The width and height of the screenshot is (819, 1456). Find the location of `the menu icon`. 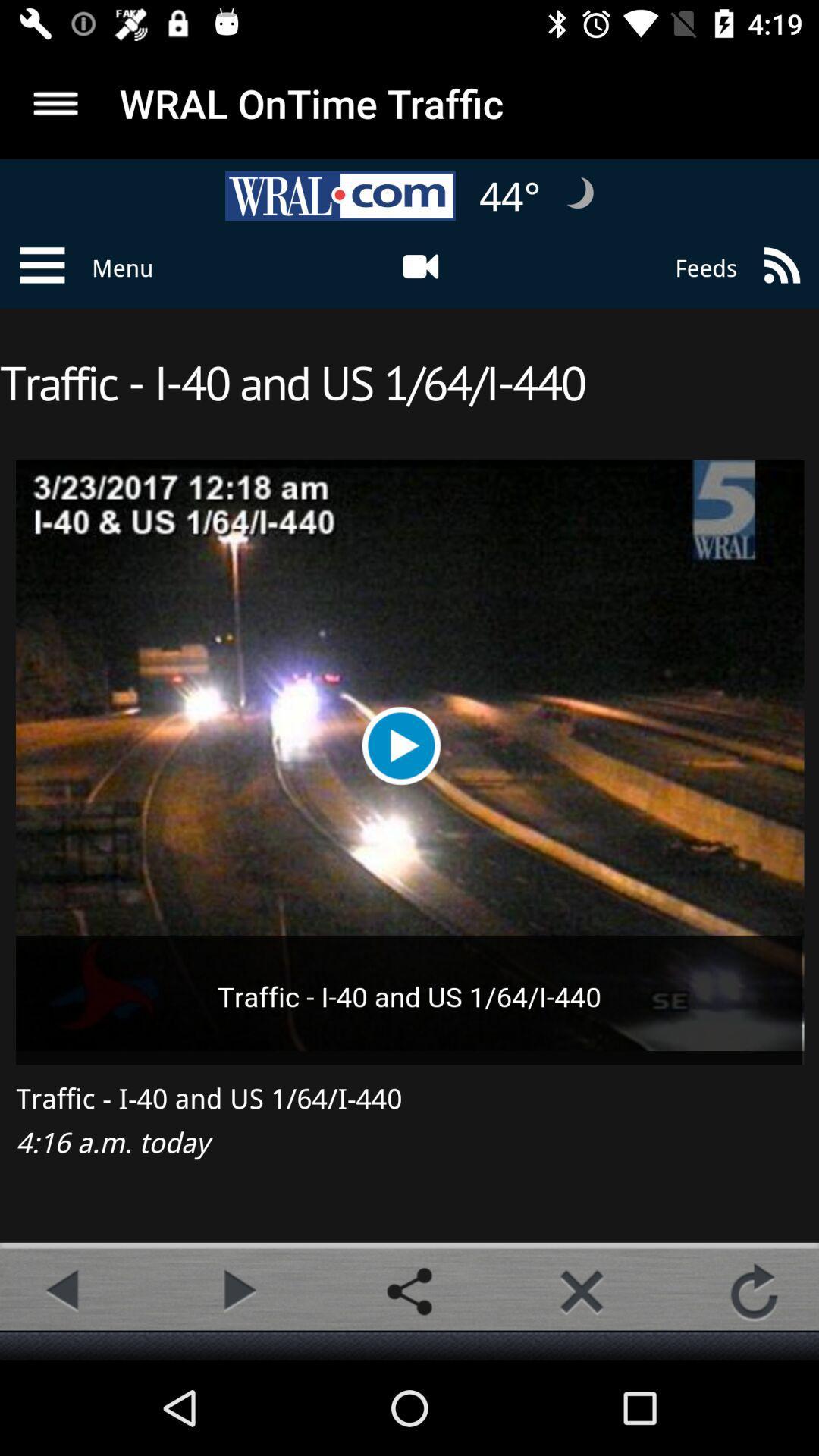

the menu icon is located at coordinates (55, 102).